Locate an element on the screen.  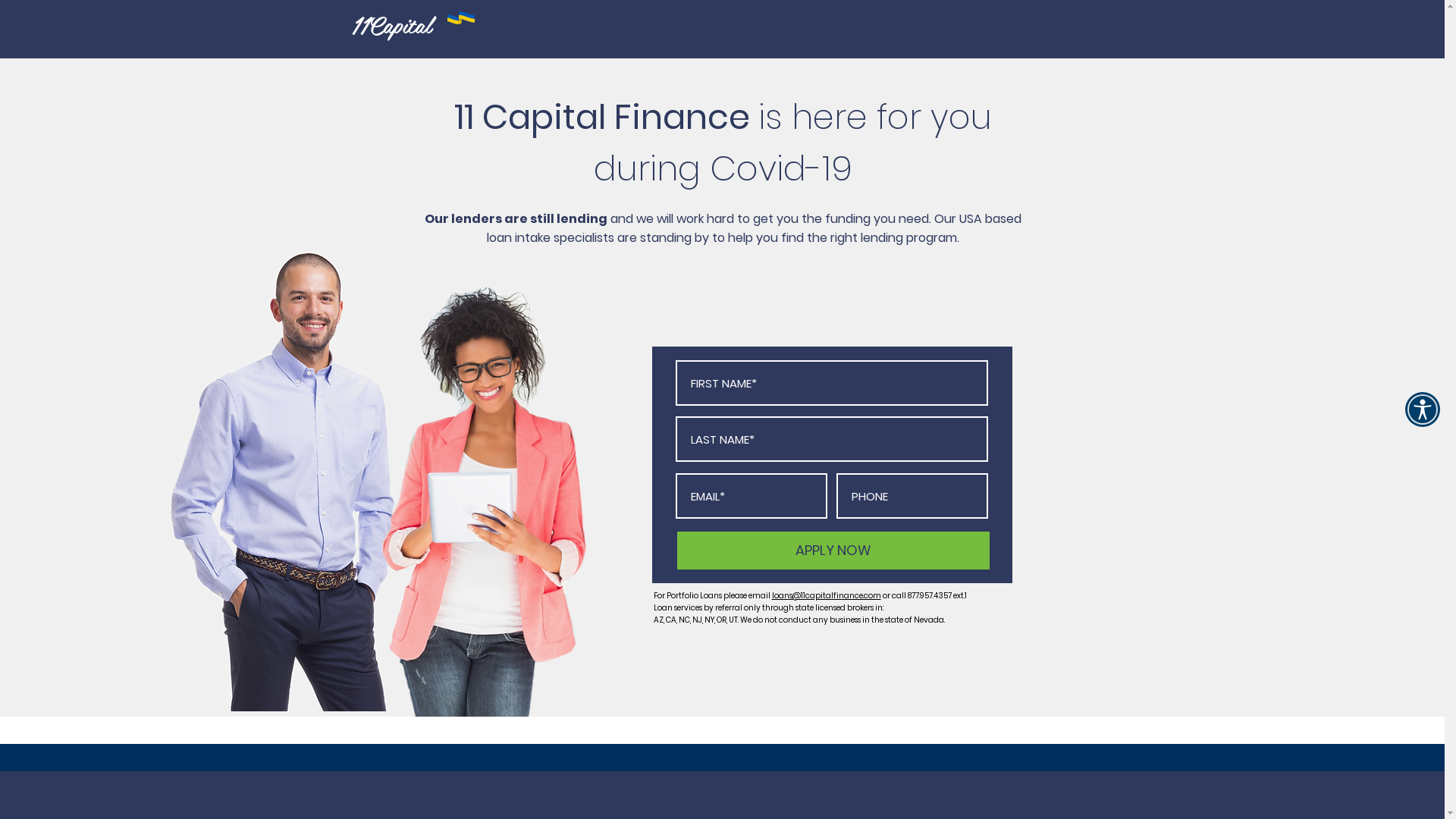
'loans@11capitalfinance.com' is located at coordinates (825, 595).